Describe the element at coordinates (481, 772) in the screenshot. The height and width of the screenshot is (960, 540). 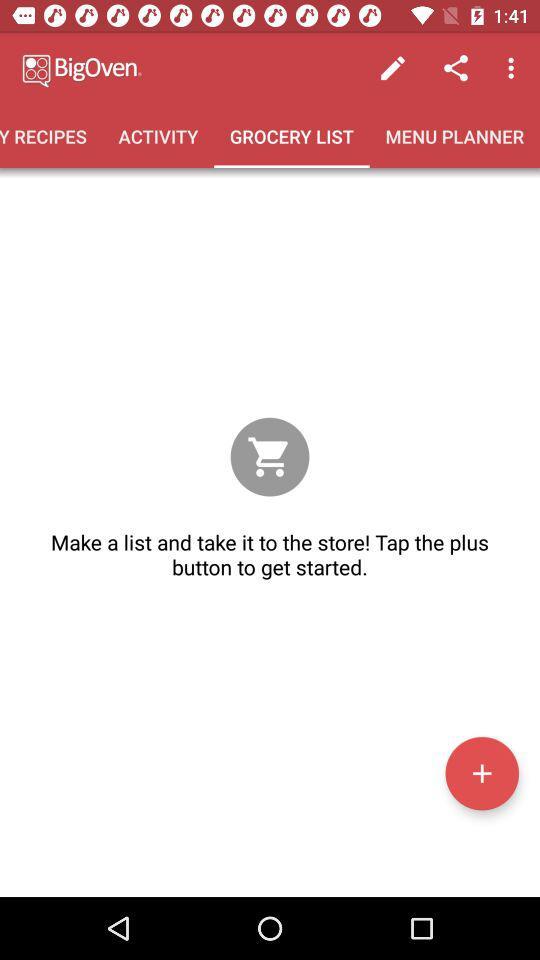
I see `a list` at that location.